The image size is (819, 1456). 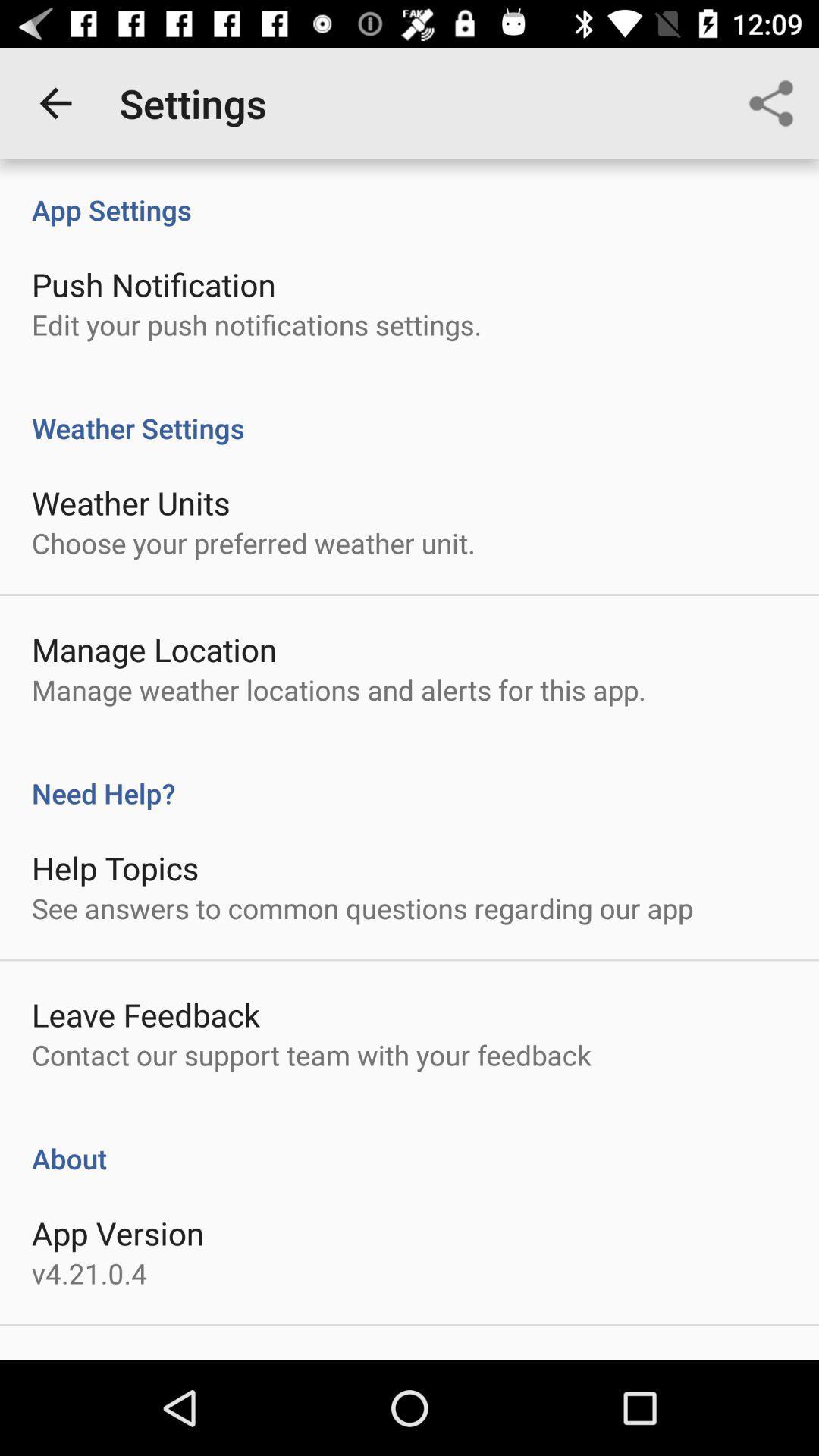 I want to click on icon below leave feedback icon, so click(x=311, y=1054).